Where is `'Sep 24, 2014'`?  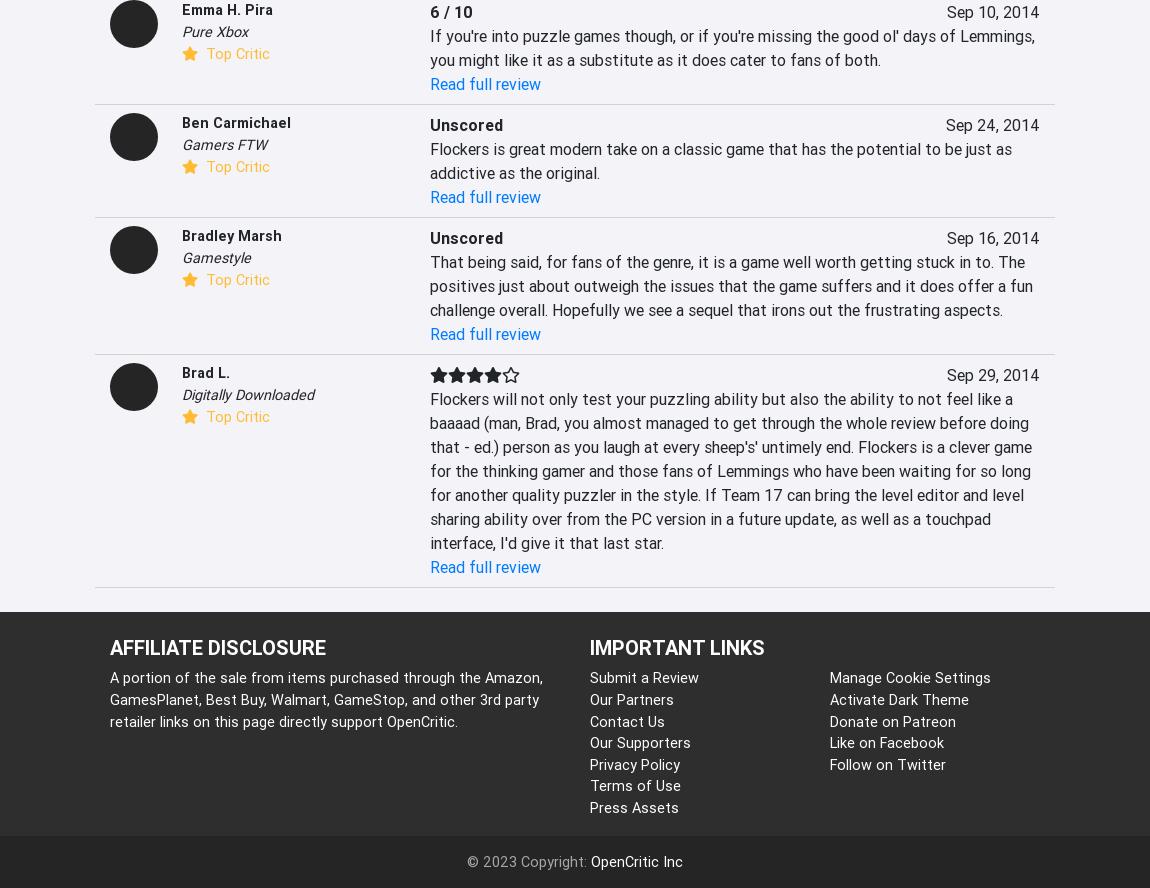
'Sep 24, 2014' is located at coordinates (991, 125).